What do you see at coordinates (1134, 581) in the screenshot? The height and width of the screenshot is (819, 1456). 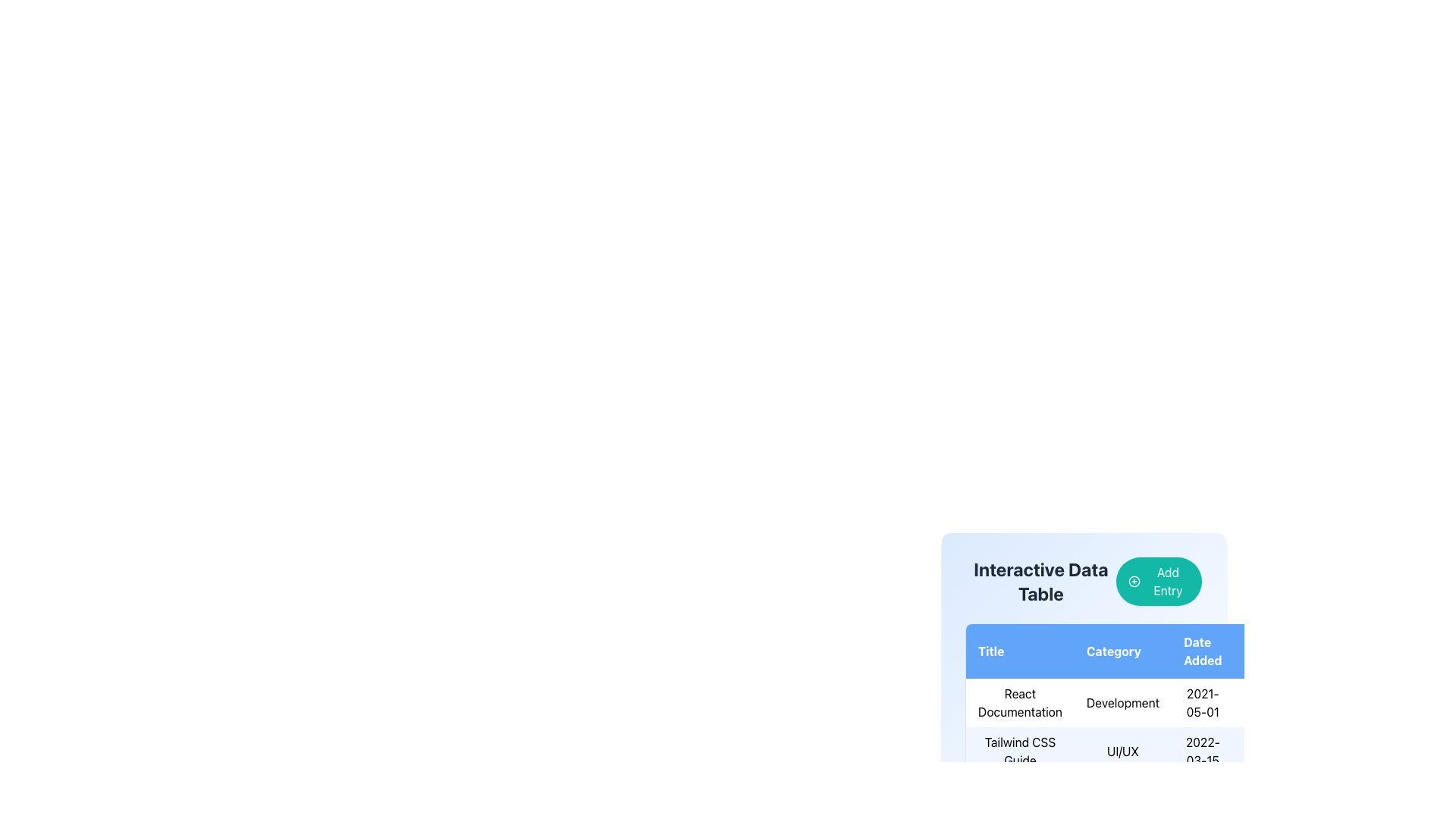 I see `the circular SVG graphic element representing a 'plus-circle' icon located in the top-right corner adjacent to the 'Add Entry' button` at bounding box center [1134, 581].